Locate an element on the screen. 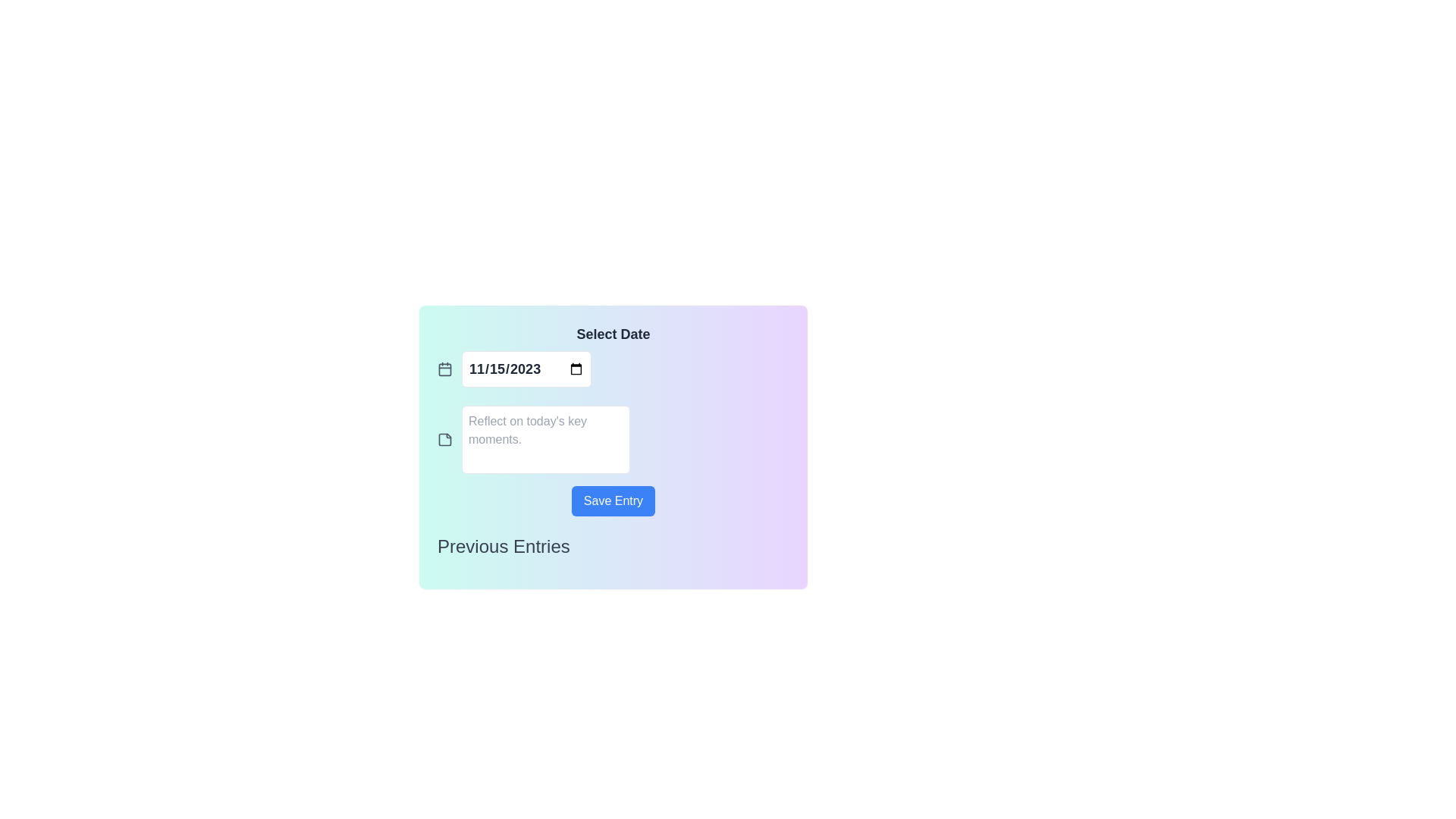 The width and height of the screenshot is (1456, 819). the calendar icon located to the left of the date input box is located at coordinates (444, 369).